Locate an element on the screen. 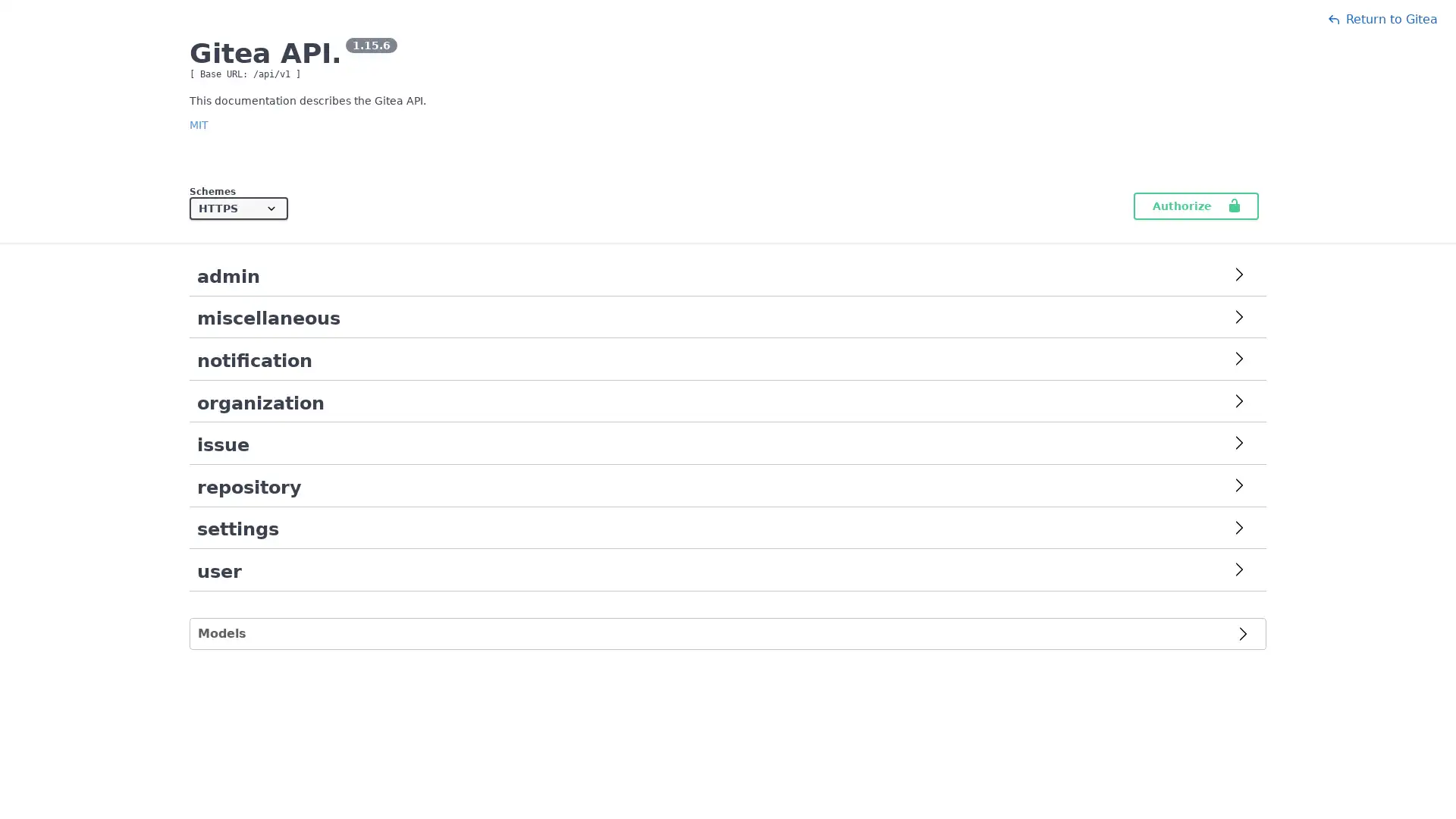 This screenshot has width=1456, height=819. Expand operation is located at coordinates (1238, 444).